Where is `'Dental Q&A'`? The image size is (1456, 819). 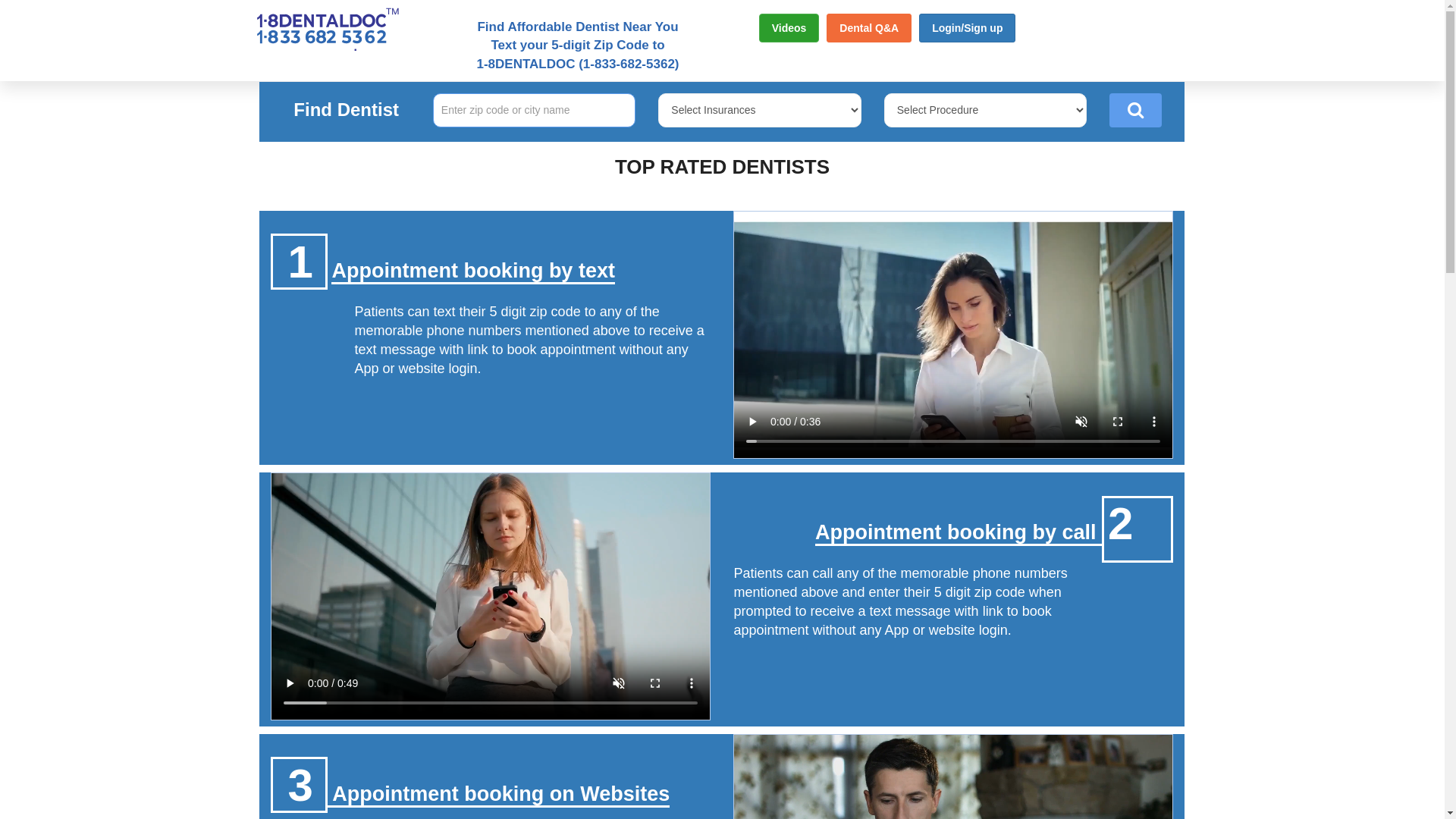 'Dental Q&A' is located at coordinates (825, 28).